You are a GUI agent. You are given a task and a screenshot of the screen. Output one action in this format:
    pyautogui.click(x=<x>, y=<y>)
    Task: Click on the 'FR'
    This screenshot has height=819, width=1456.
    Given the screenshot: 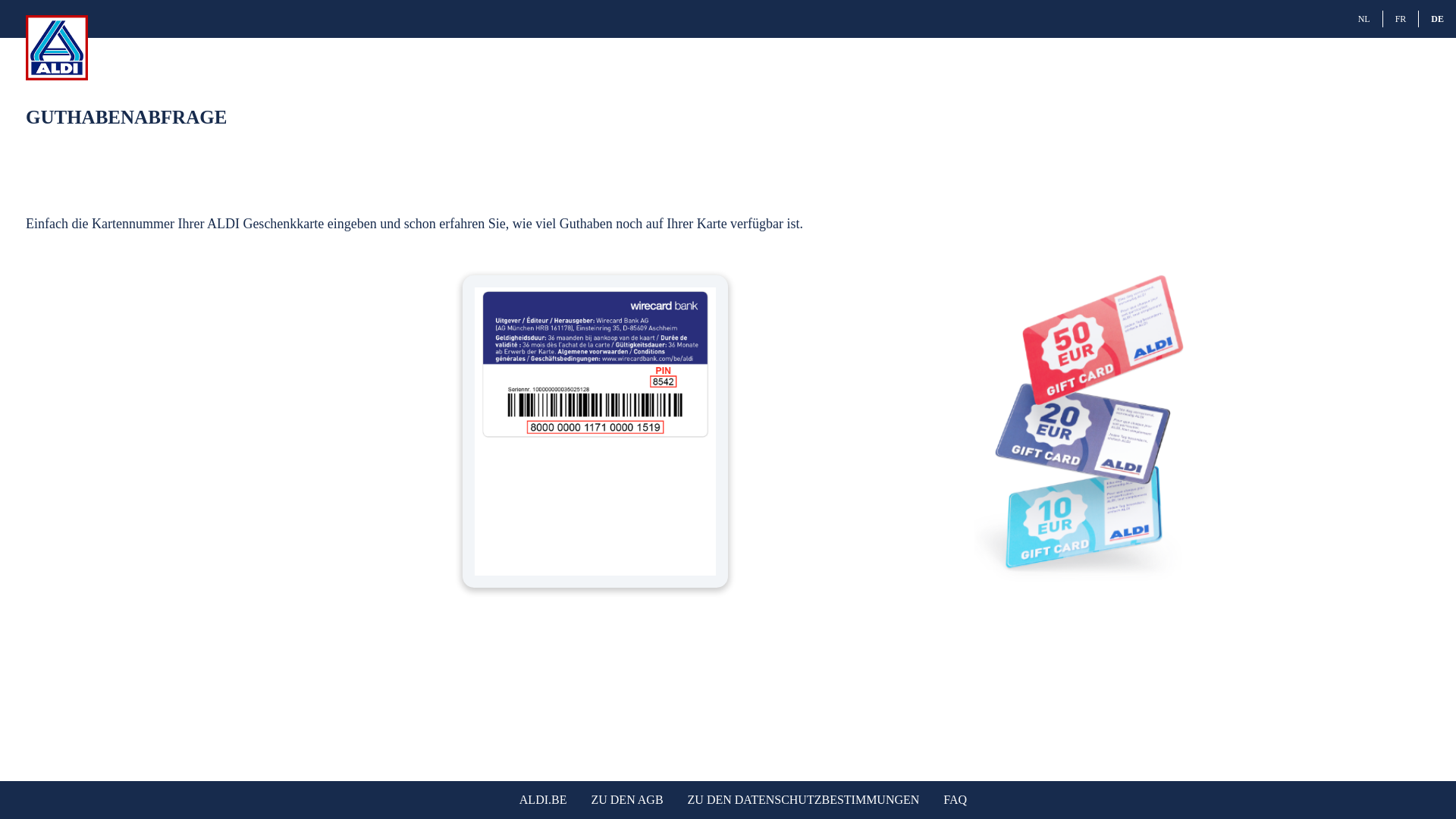 What is the action you would take?
    pyautogui.click(x=1400, y=18)
    